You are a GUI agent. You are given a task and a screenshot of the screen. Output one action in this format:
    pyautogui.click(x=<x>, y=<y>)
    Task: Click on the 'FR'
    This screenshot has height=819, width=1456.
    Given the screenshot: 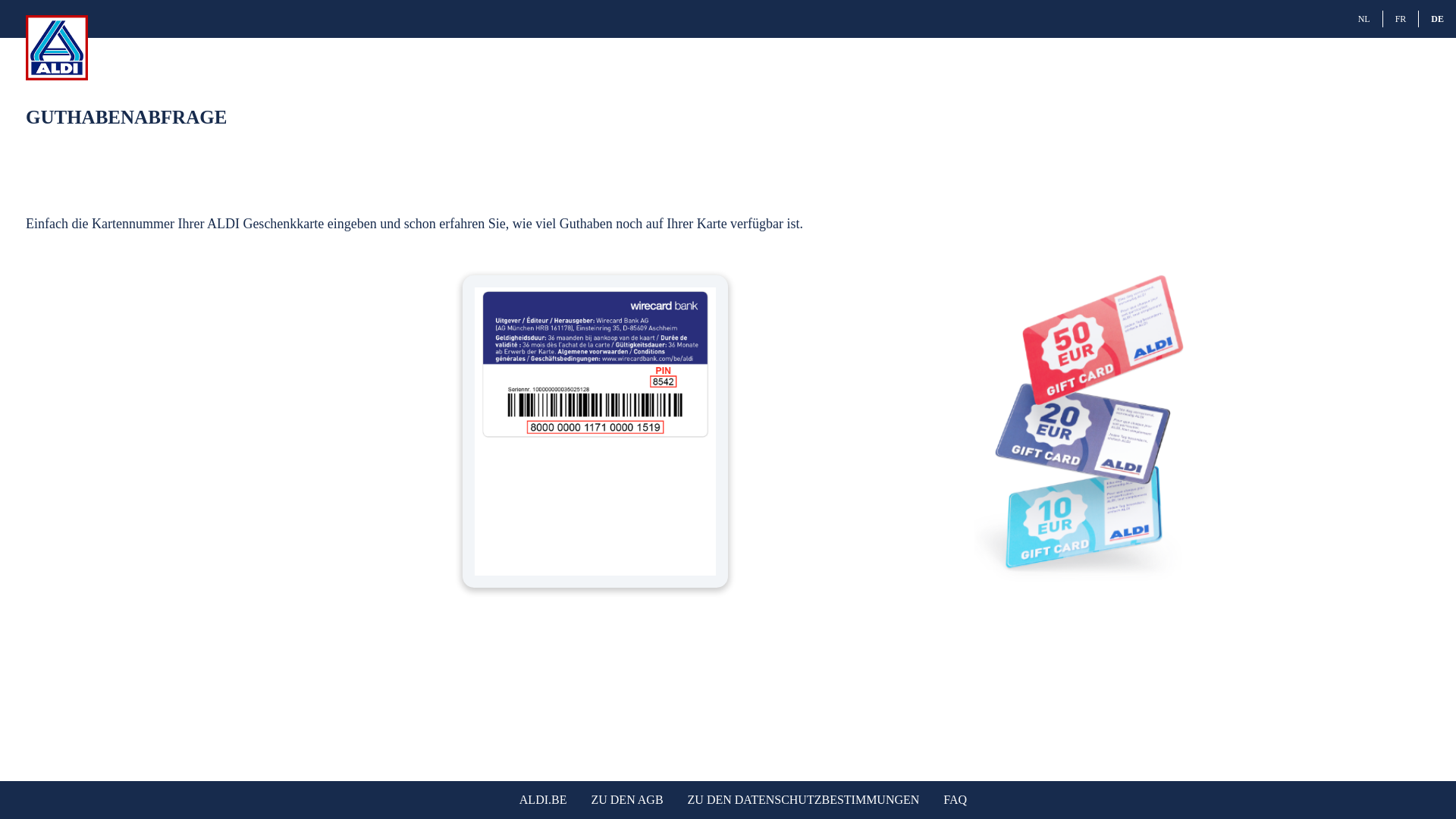 What is the action you would take?
    pyautogui.click(x=1400, y=18)
    